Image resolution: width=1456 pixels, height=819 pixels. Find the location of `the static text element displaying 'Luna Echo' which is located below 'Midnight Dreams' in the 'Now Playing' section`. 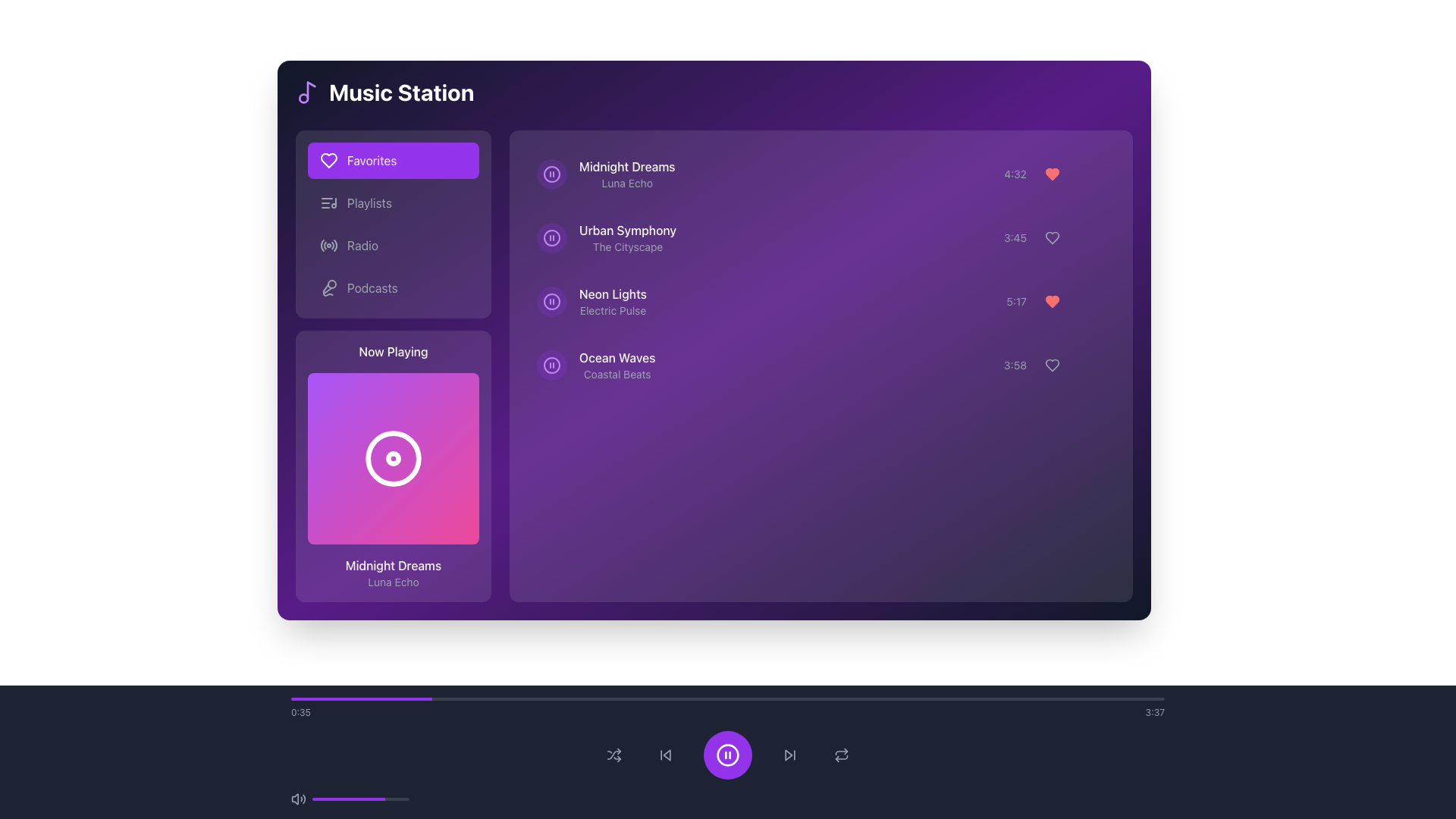

the static text element displaying 'Luna Echo' which is located below 'Midnight Dreams' in the 'Now Playing' section is located at coordinates (393, 581).